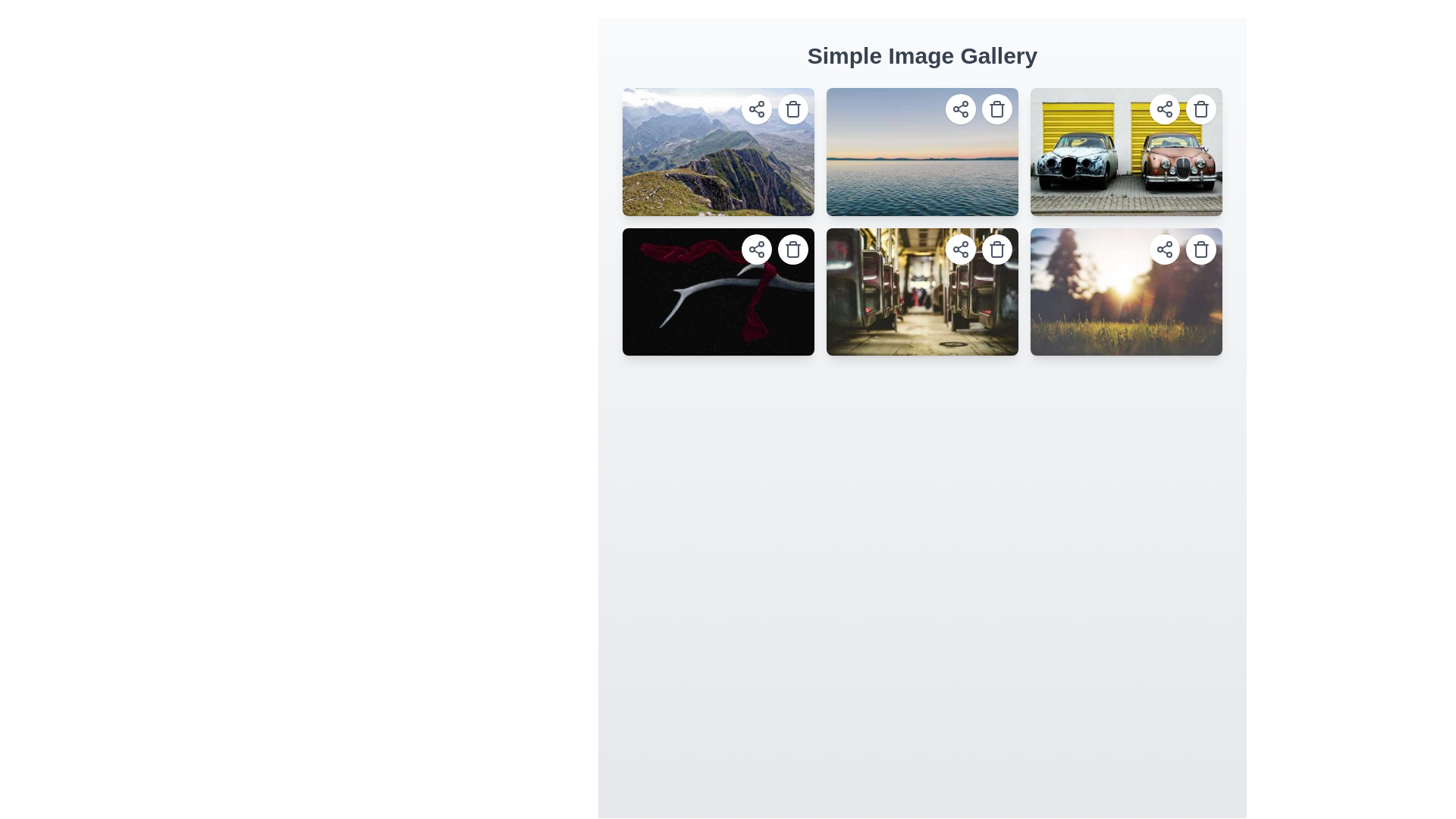  Describe the element at coordinates (960, 108) in the screenshot. I see `the share icon button located in the top-right corner of the second image in the grid layout` at that location.